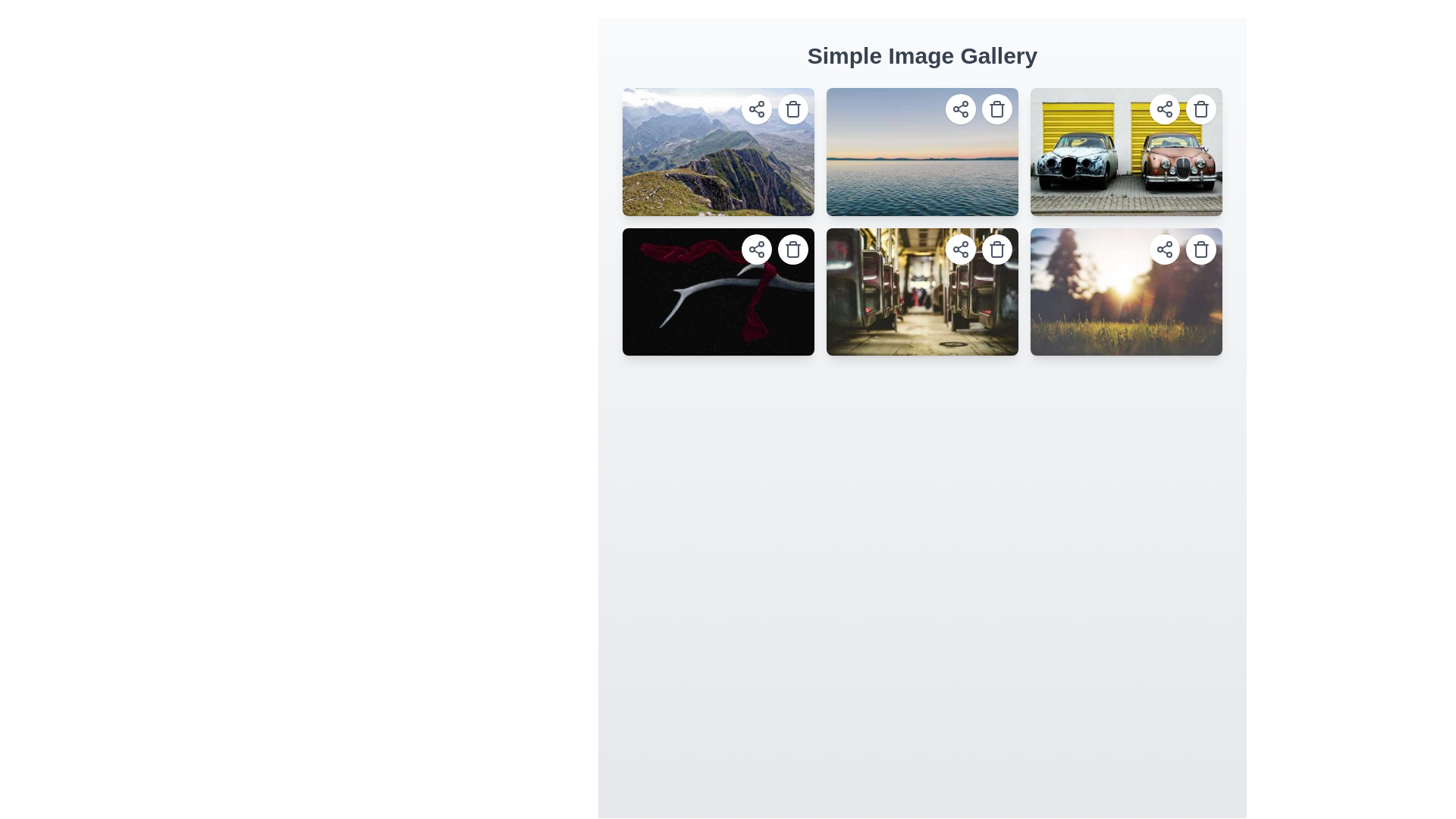  Describe the element at coordinates (960, 108) in the screenshot. I see `the share icon button located in the top-right corner of the second image in the grid layout` at that location.